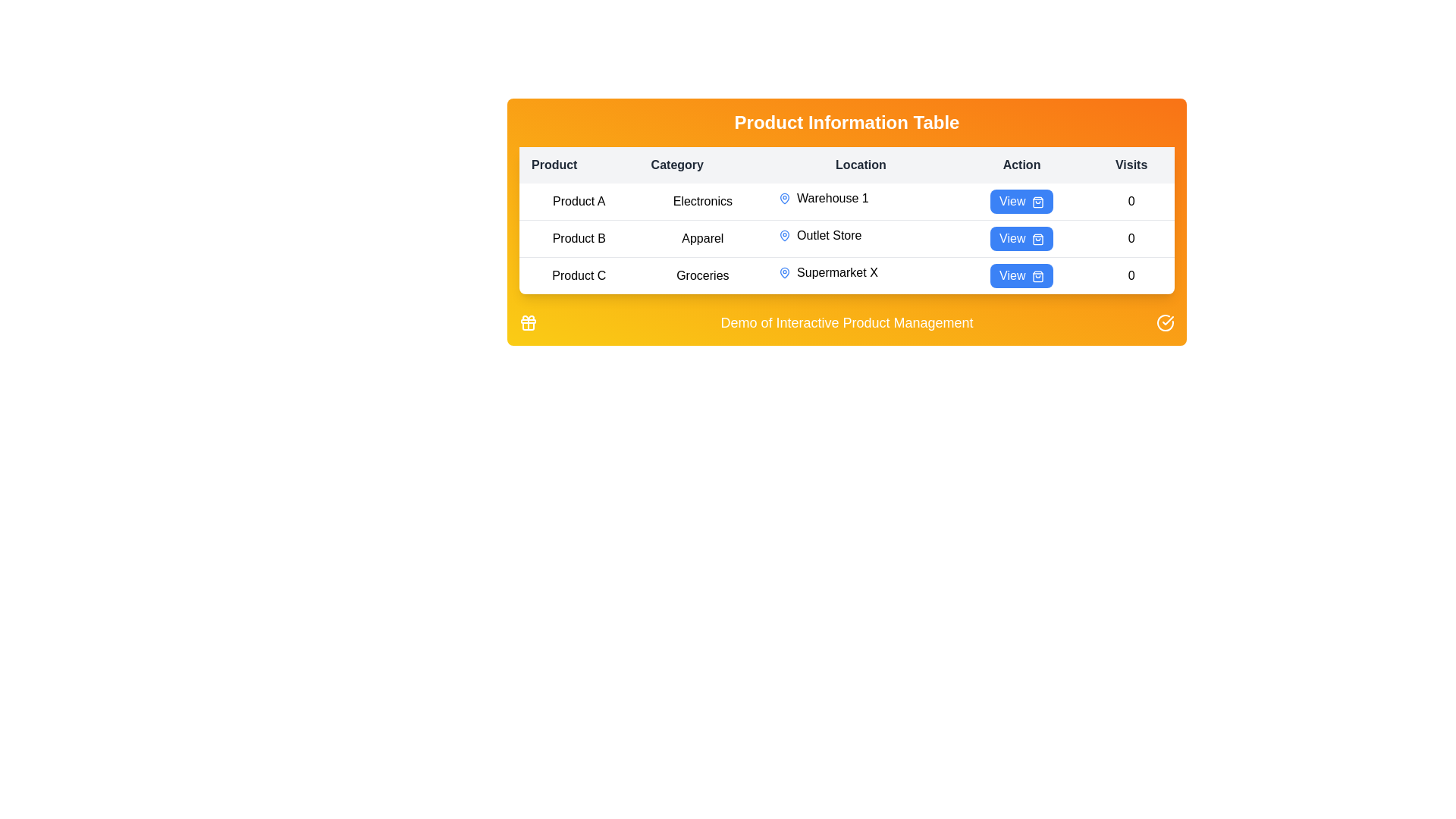 This screenshot has height=819, width=1456. I want to click on the first 'View' button in the 'Action' column of the 'Product Information Table' for 'Product A', so click(1021, 201).